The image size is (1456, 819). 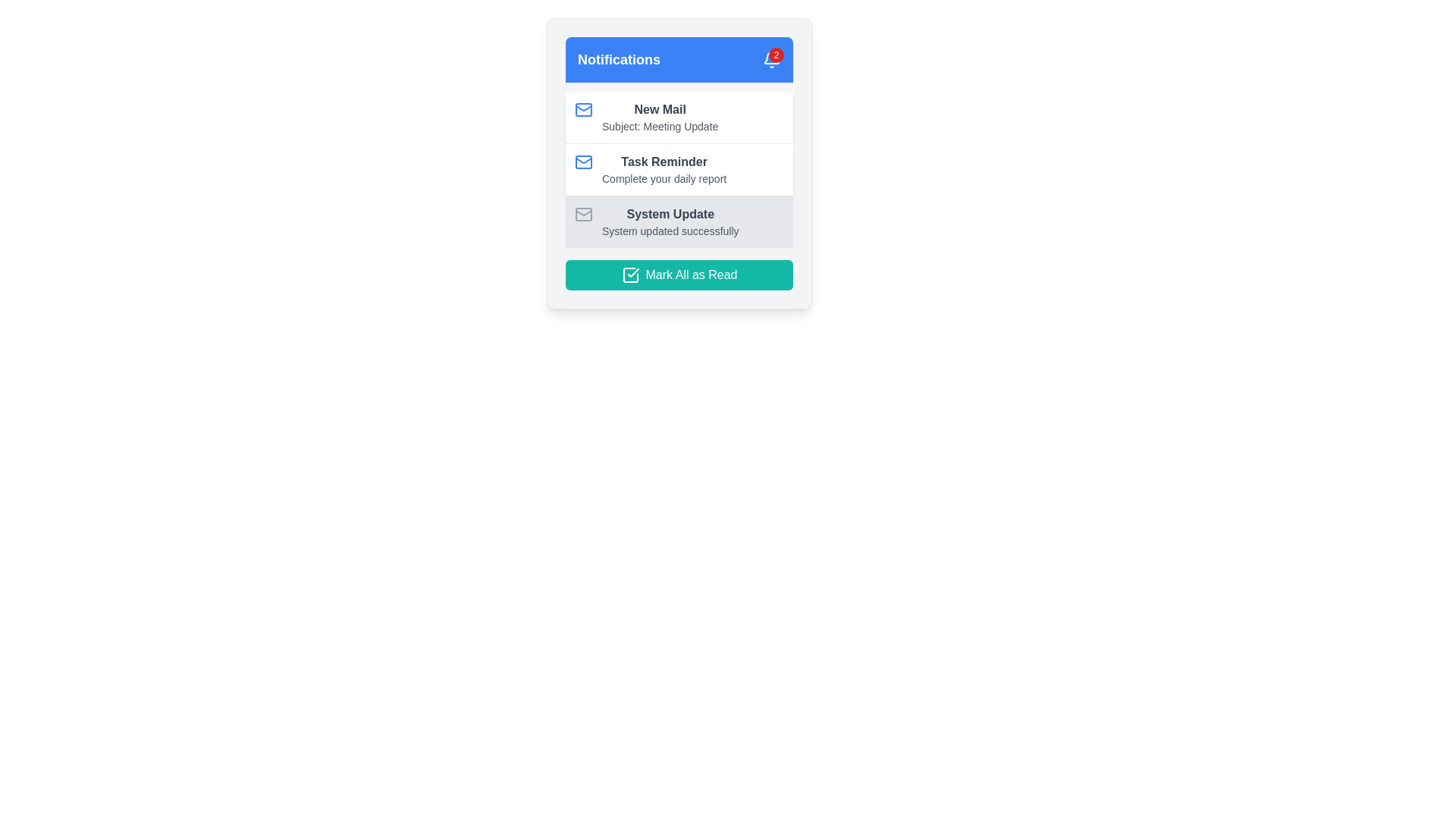 I want to click on the interactive elements near the title text label of the first notification item, which is positioned above the subtitle 'Subject: Meeting Update' in the notification panel located at the top-right corner of the interface, so click(x=660, y=109).